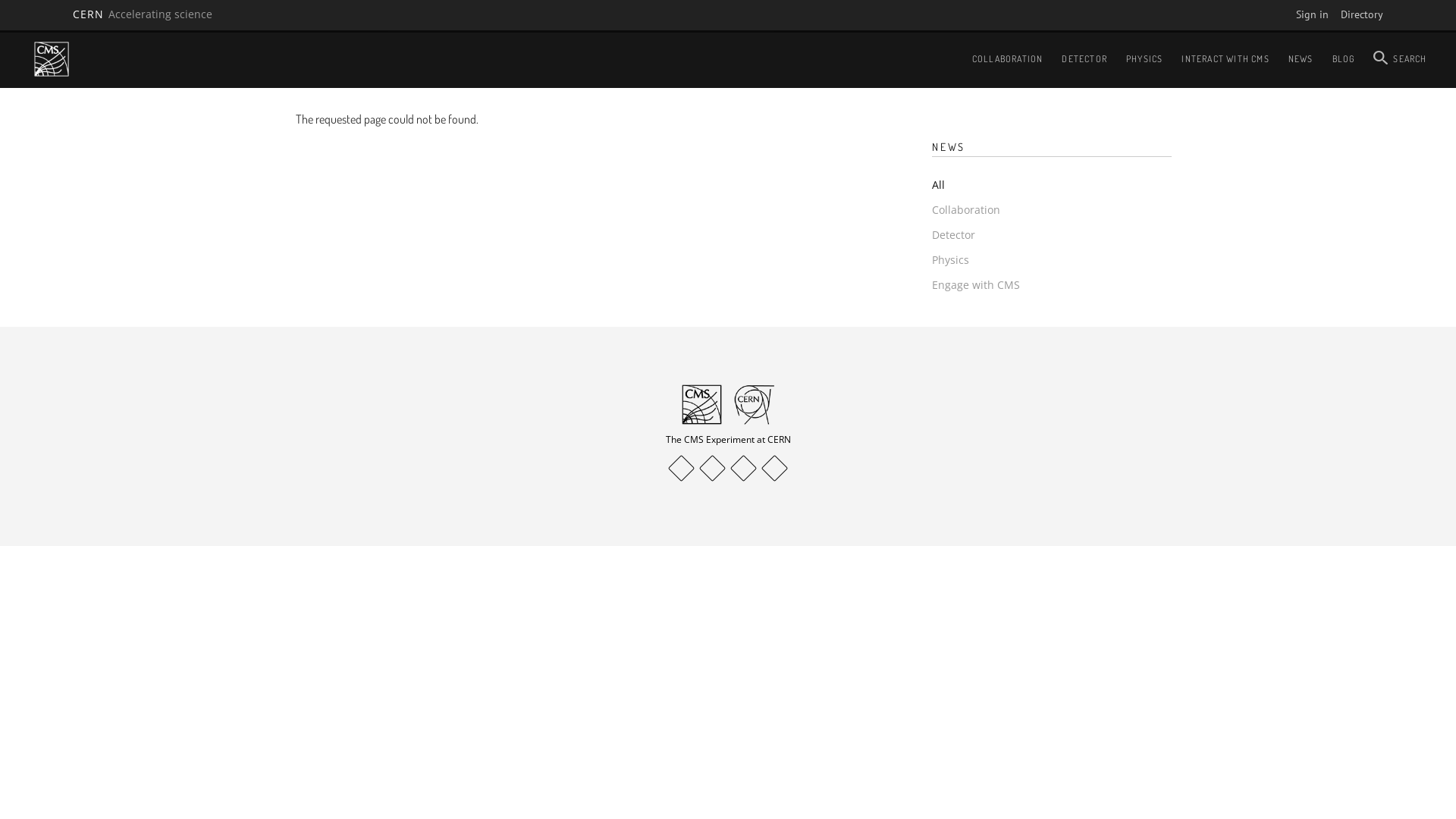 The image size is (1456, 819). Describe the element at coordinates (971, 58) in the screenshot. I see `'COLLABORATION'` at that location.